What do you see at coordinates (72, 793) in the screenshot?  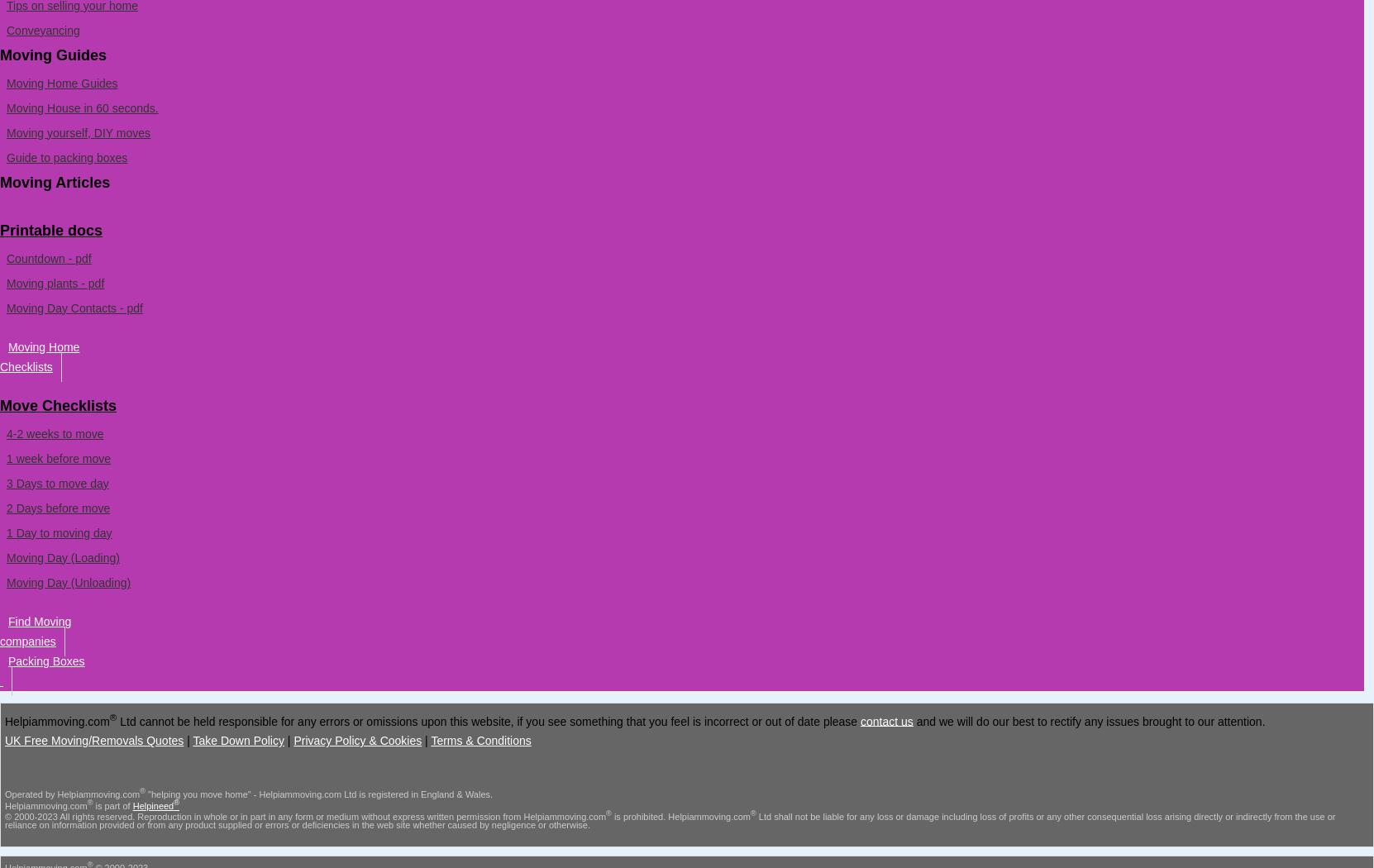 I see `'Operated by Helpiammoving.com'` at bounding box center [72, 793].